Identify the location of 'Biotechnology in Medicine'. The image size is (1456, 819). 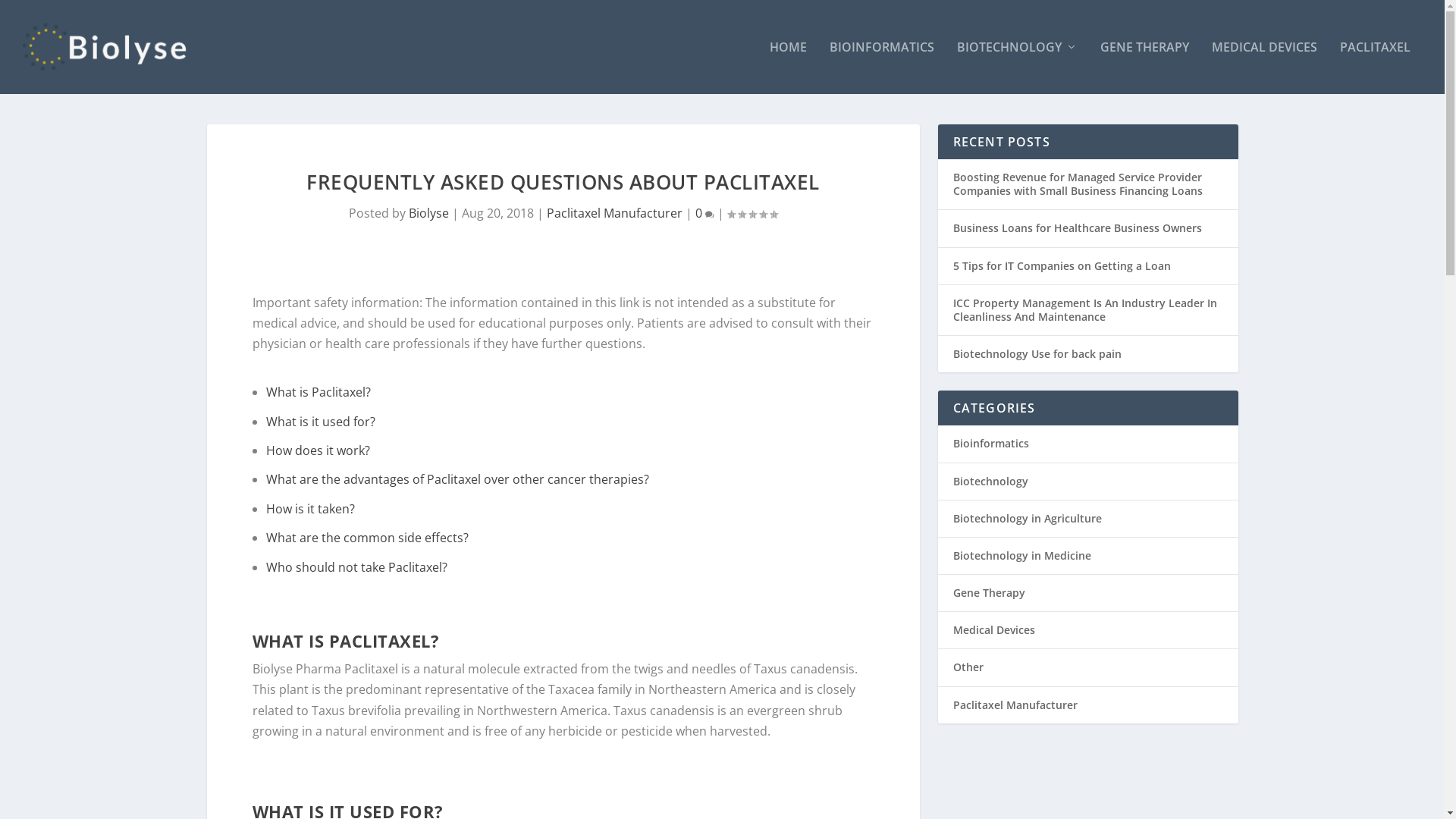
(1021, 555).